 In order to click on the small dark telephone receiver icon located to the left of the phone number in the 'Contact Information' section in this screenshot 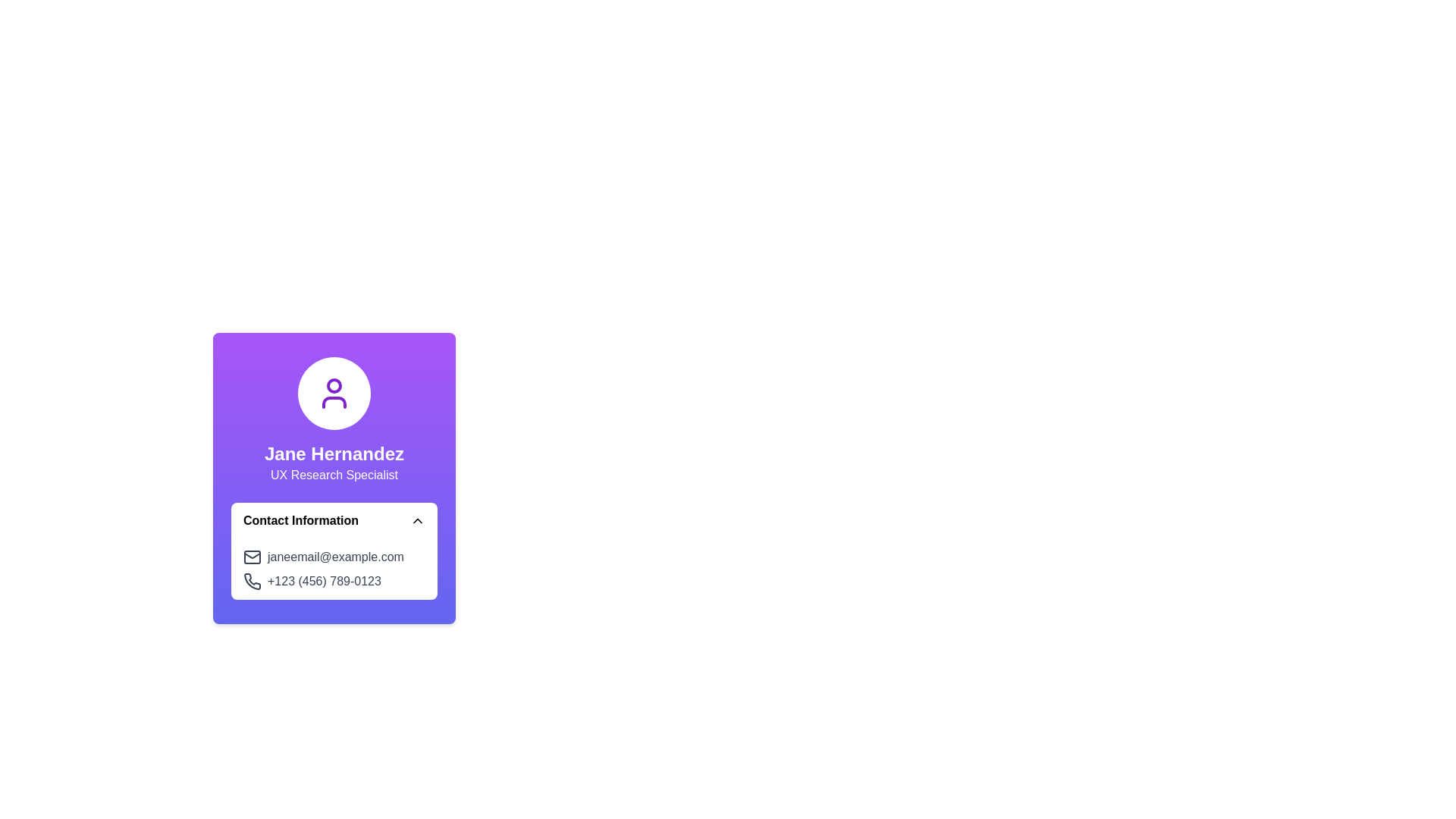, I will do `click(253, 580)`.